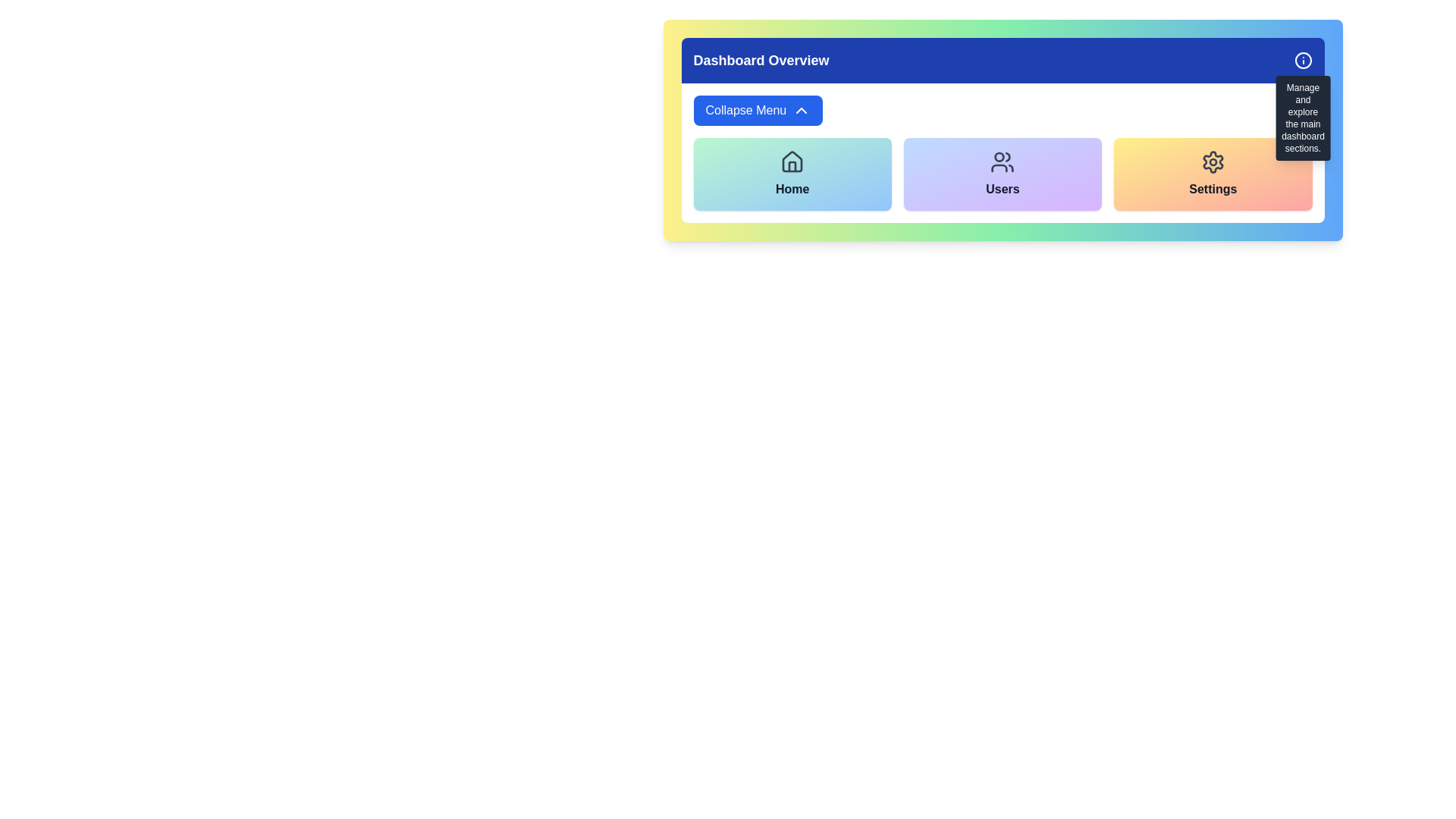  What do you see at coordinates (801, 110) in the screenshot?
I see `the collapse menu icon located to the right of the 'Collapse Menu' button in the top-left region of the interface to indicate its collapsible nature` at bounding box center [801, 110].